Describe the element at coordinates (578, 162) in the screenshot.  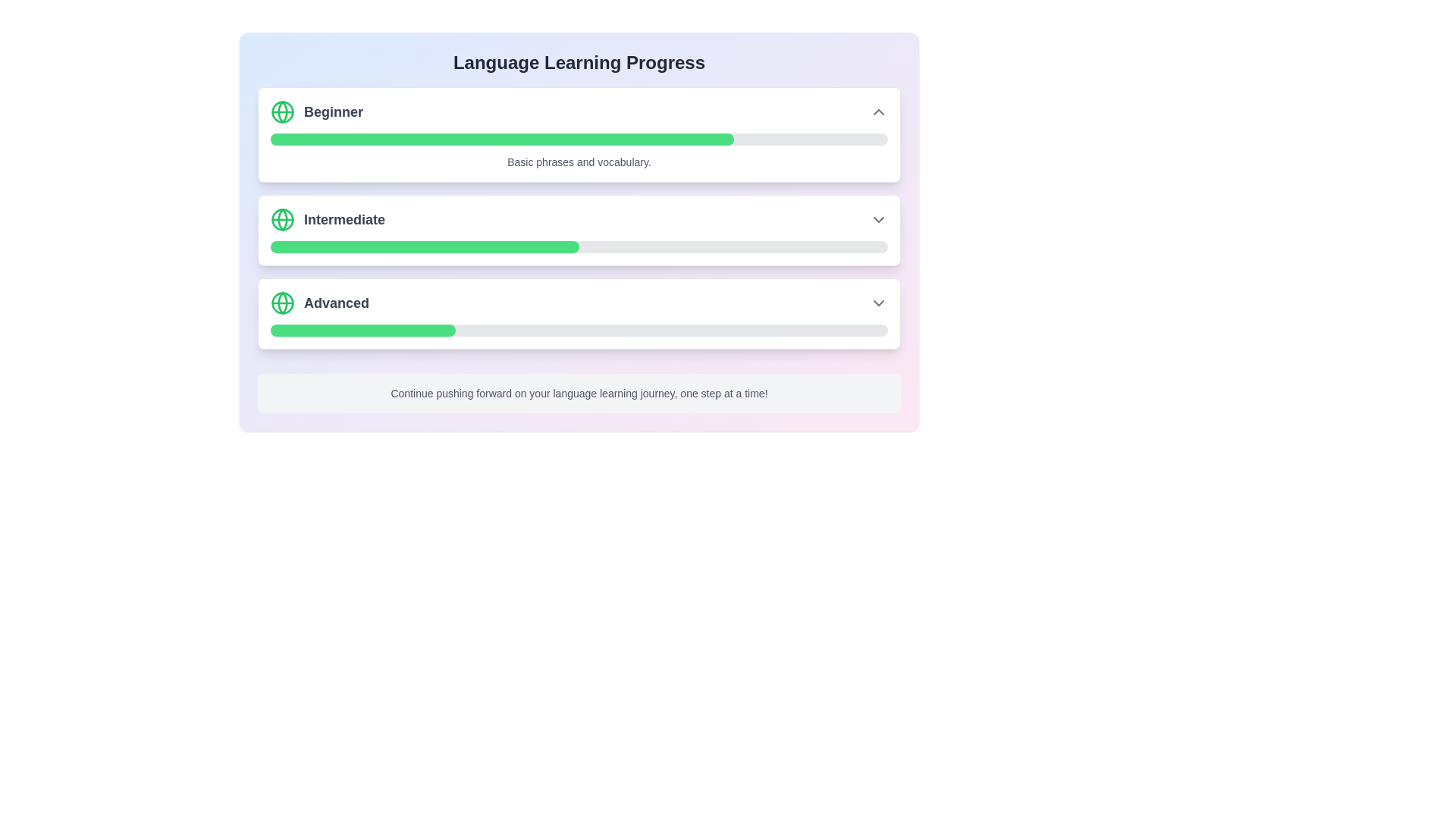
I see `the text element displaying 'Basic phrases and vocabulary.' located at the bottom of the 'Beginner' card` at that location.